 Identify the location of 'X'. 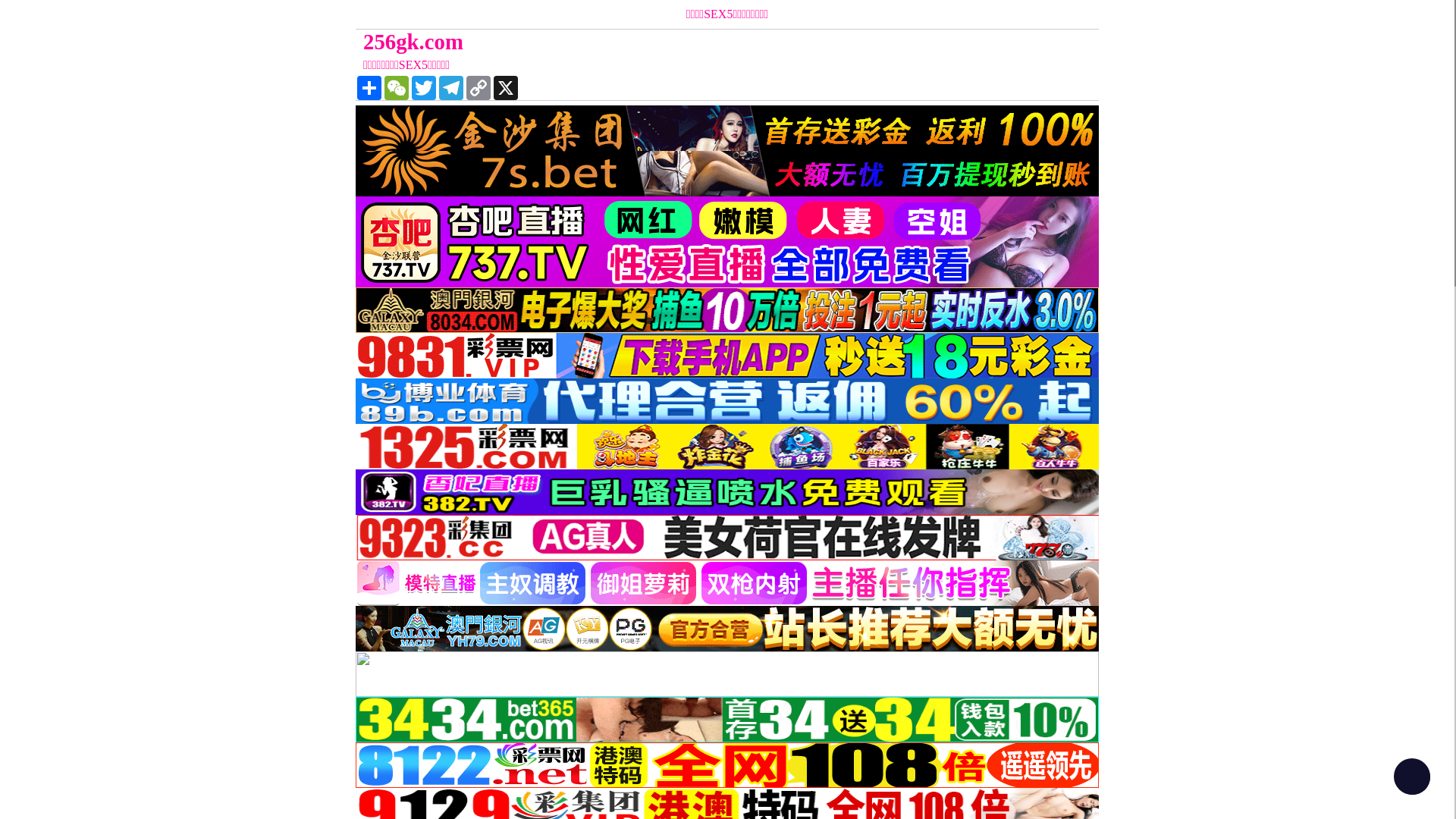
(506, 87).